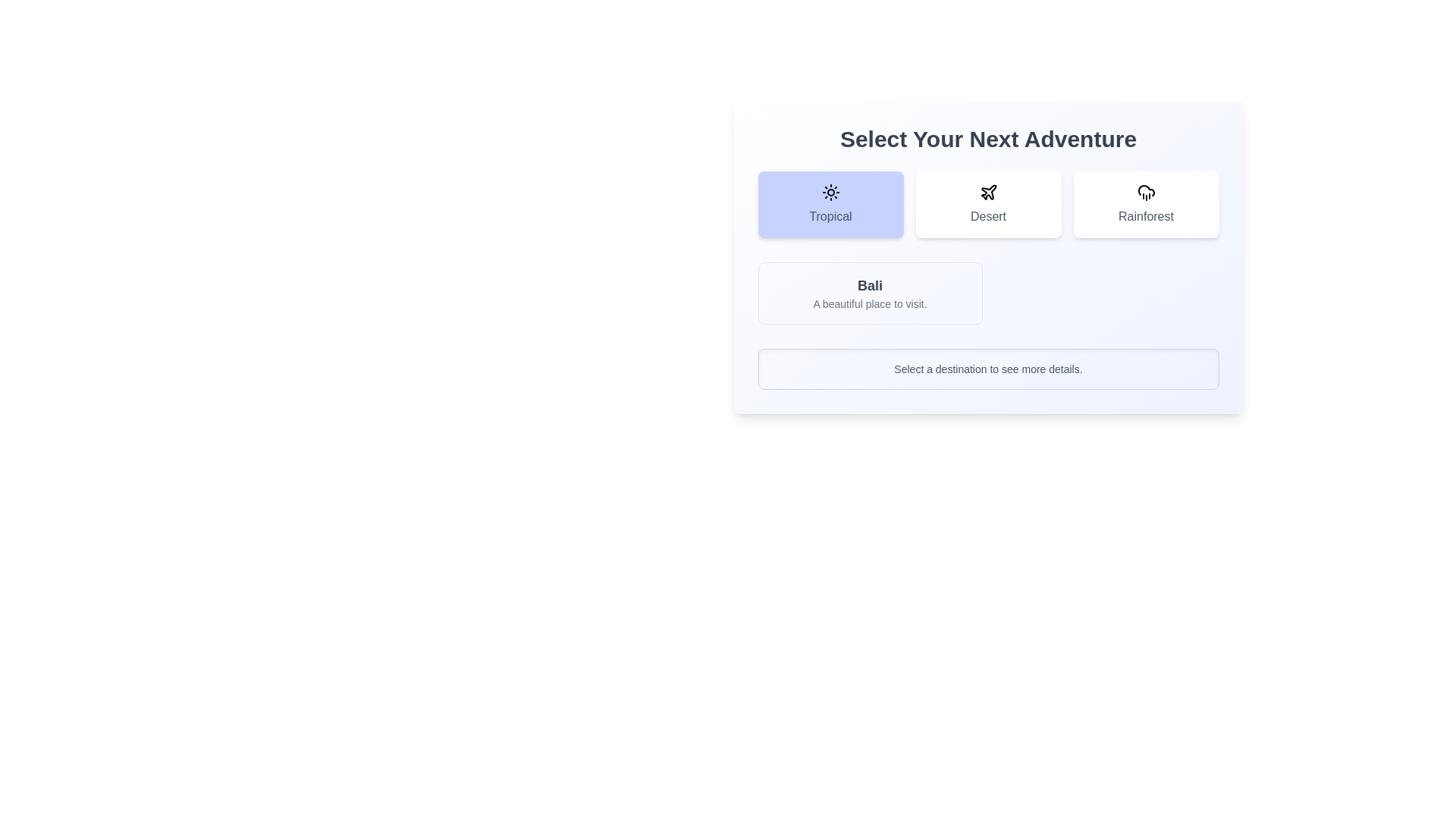 Image resolution: width=1456 pixels, height=819 pixels. I want to click on the sun icon, which is a circular icon with rays, located at the center-top of the 'Tropical' themed options box, so click(830, 192).